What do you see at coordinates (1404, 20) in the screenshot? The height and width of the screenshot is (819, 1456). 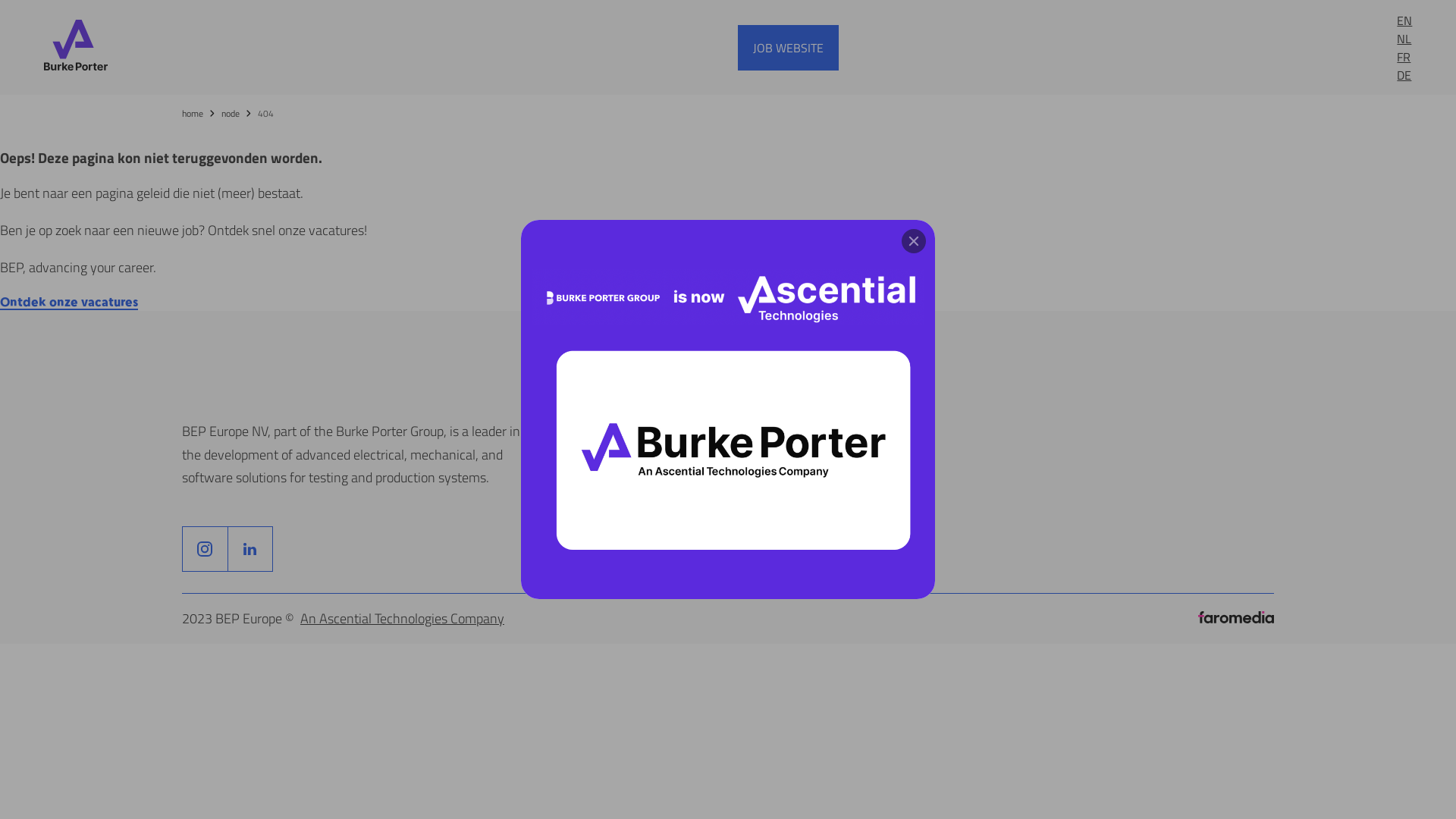 I see `'EN'` at bounding box center [1404, 20].